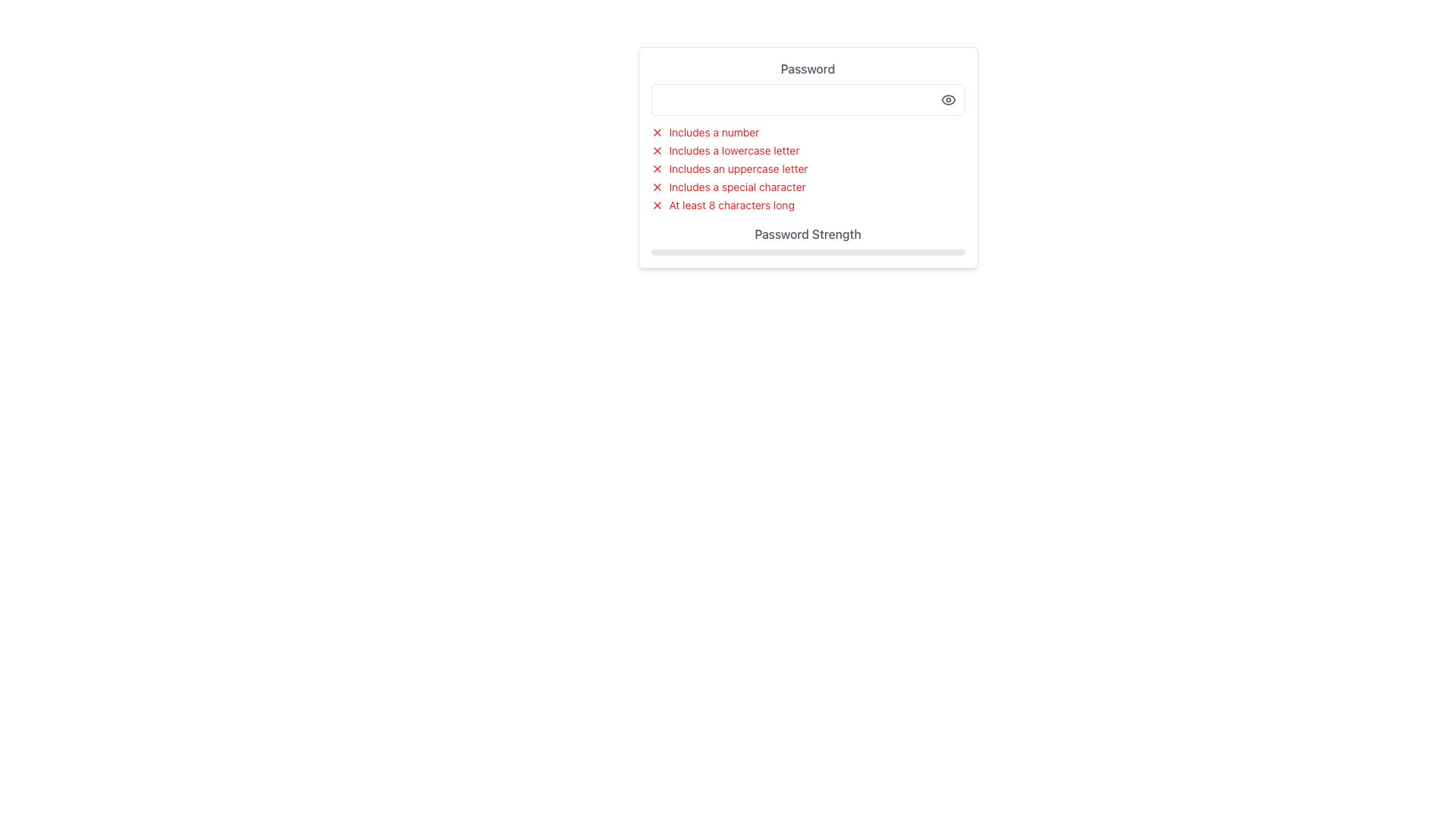 This screenshot has width=1456, height=819. I want to click on the eye icon that toggles the visibility of the password input, located at the rightmost section of the password field, so click(947, 99).